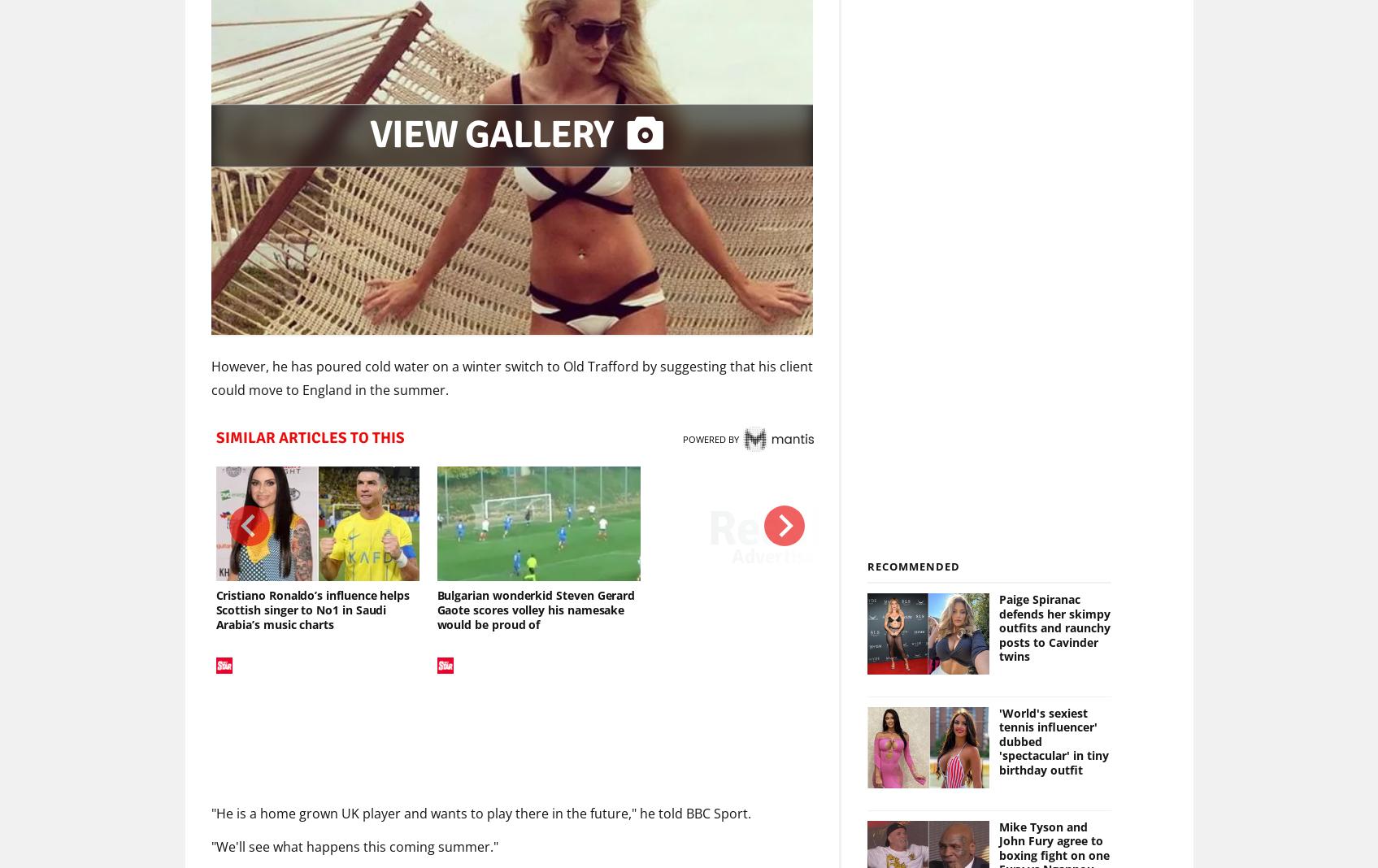 The height and width of the screenshot is (868, 1378). Describe the element at coordinates (1054, 628) in the screenshot. I see `'Paige Spiranac defends her skimpy outfits and raunchy posts to Cavinder twins'` at that location.